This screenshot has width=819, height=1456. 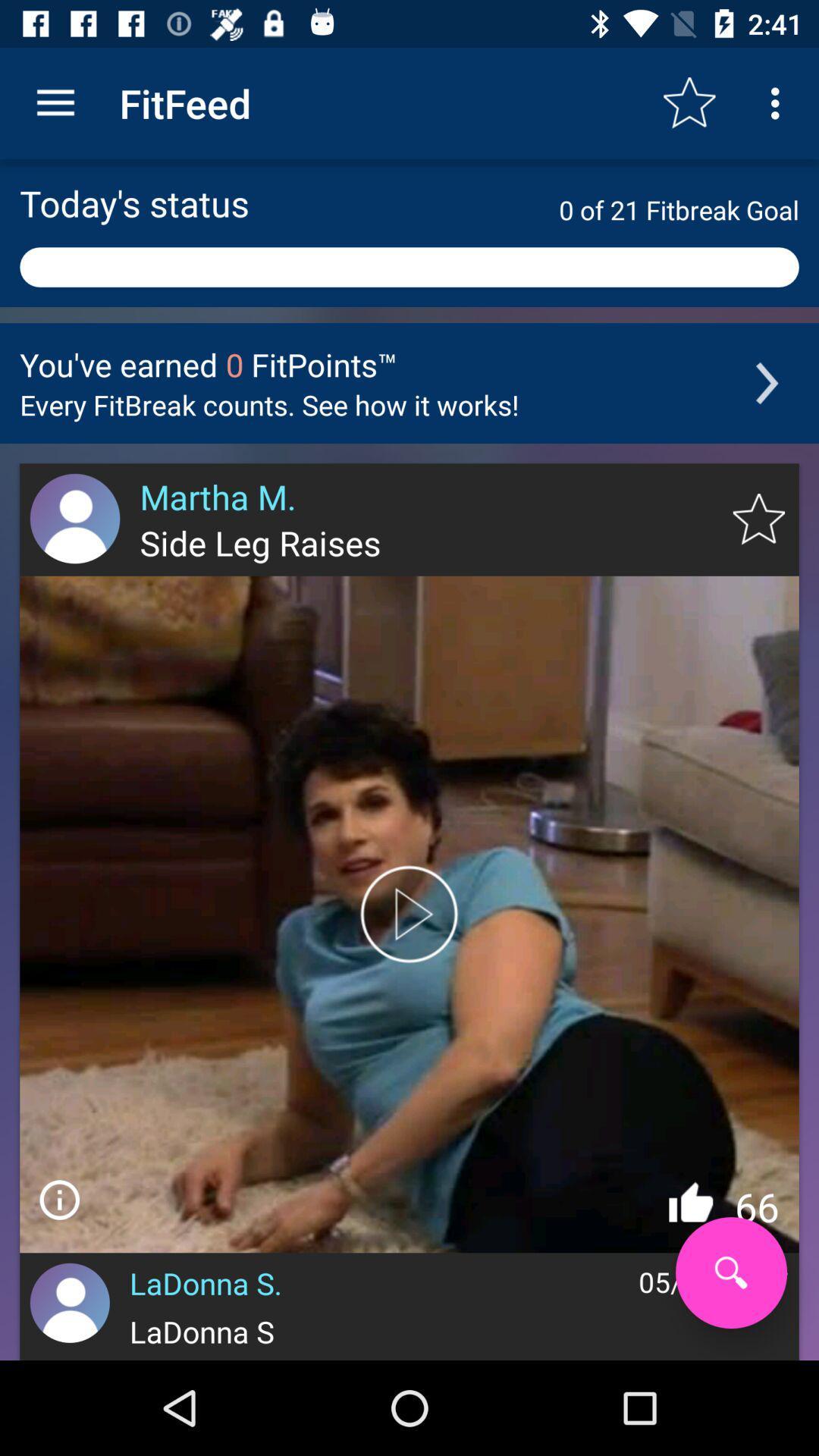 What do you see at coordinates (409, 913) in the screenshot?
I see `color print` at bounding box center [409, 913].